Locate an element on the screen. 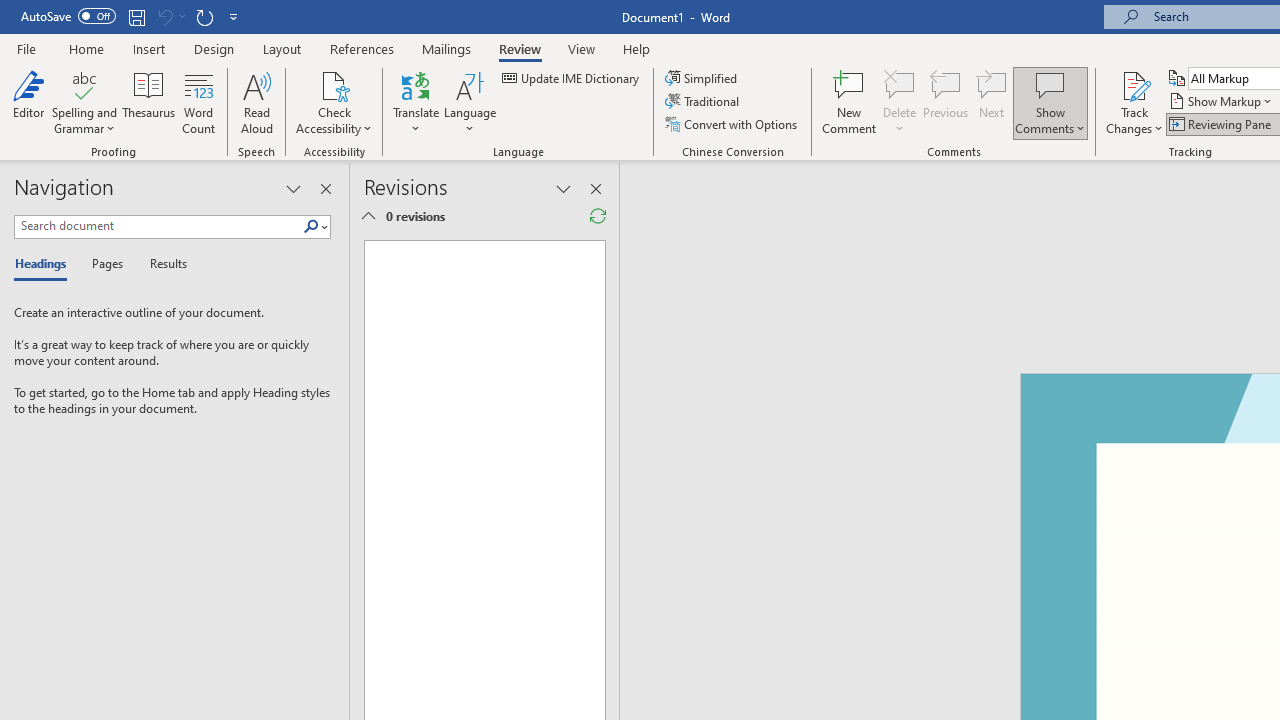 Image resolution: width=1280 pixels, height=720 pixels. 'Pages' is located at coordinates (104, 264).